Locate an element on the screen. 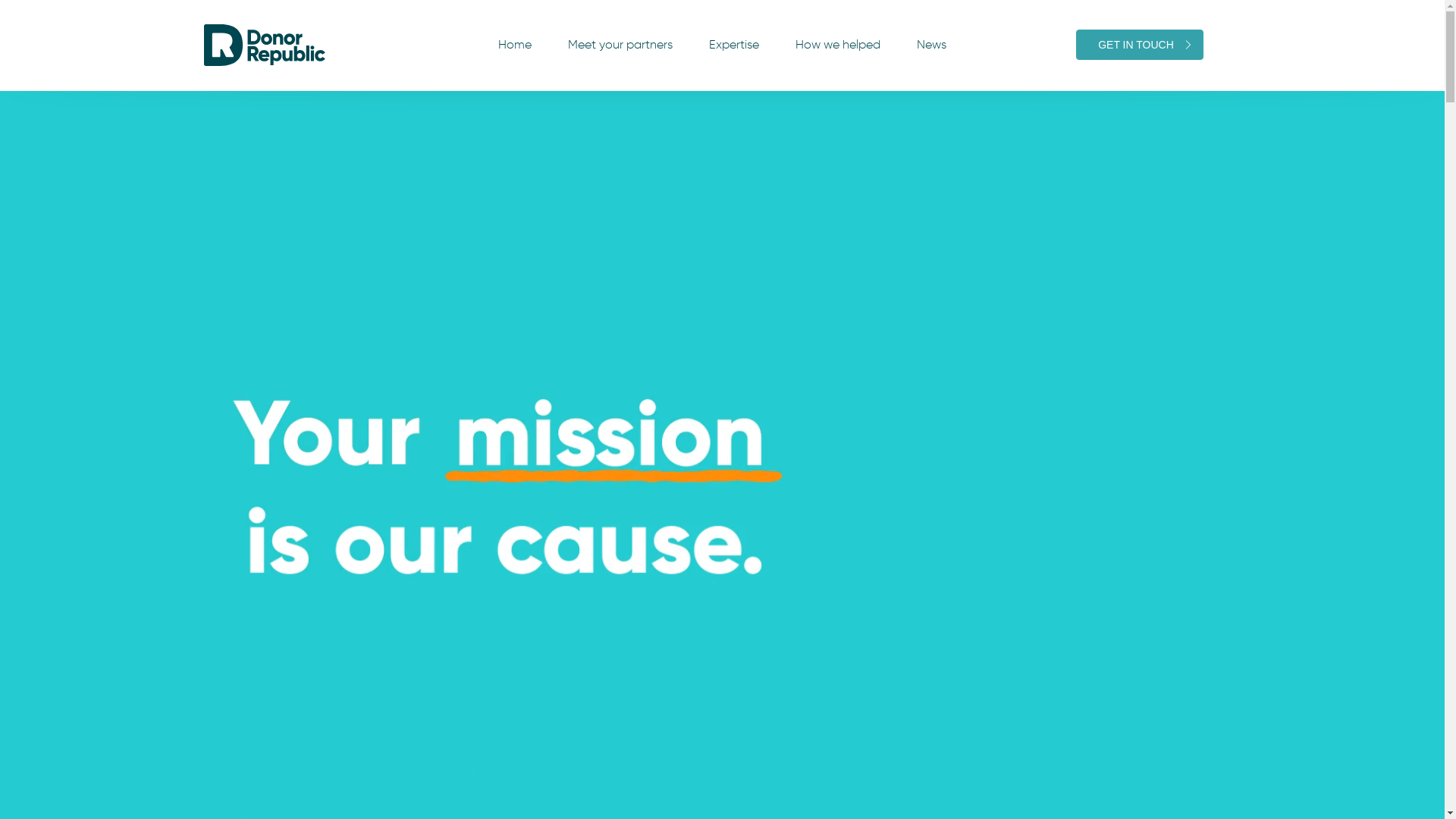 This screenshot has width=1456, height=819. 'How we helped' is located at coordinates (783, 43).